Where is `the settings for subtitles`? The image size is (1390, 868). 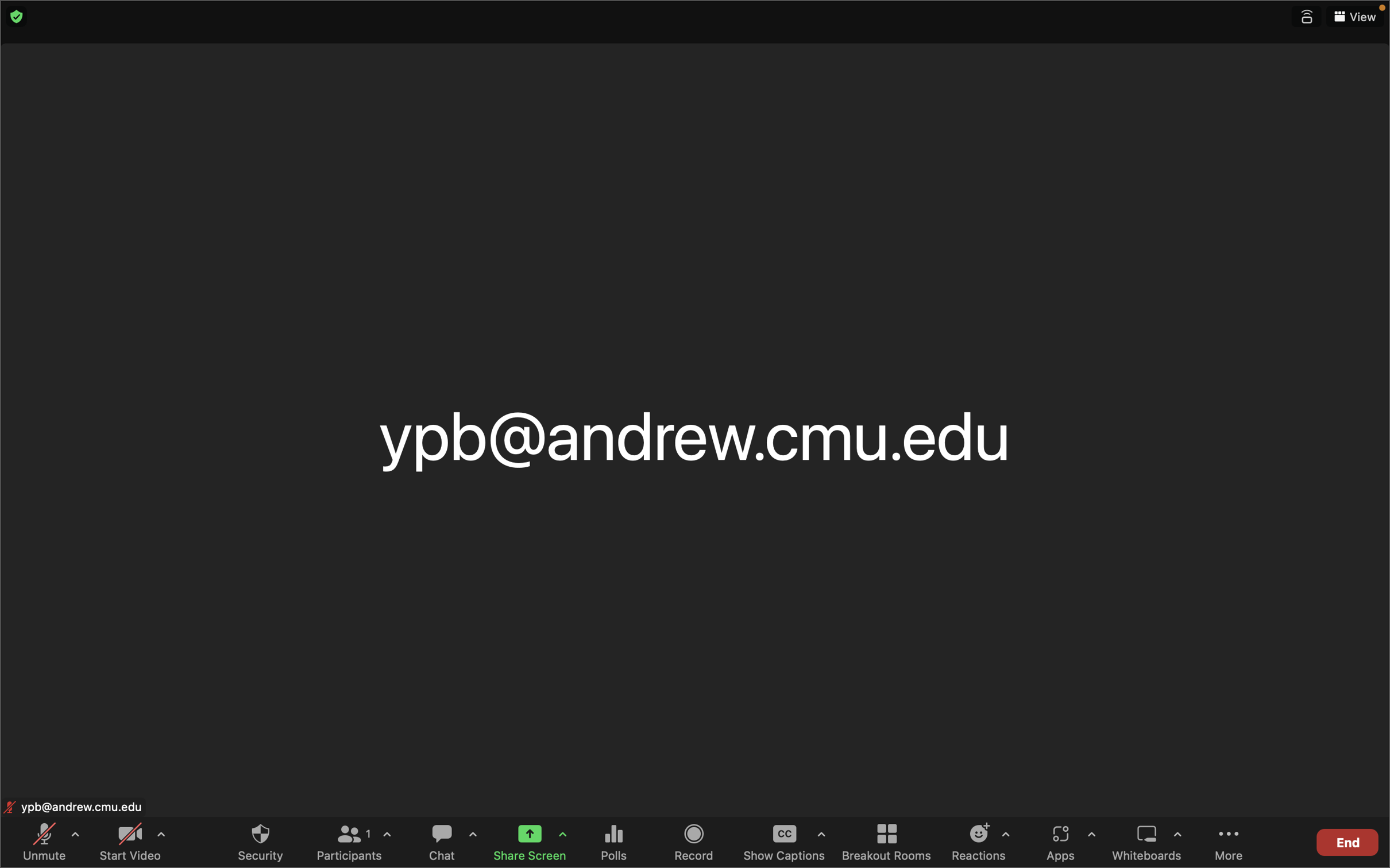
the settings for subtitles is located at coordinates (821, 836).